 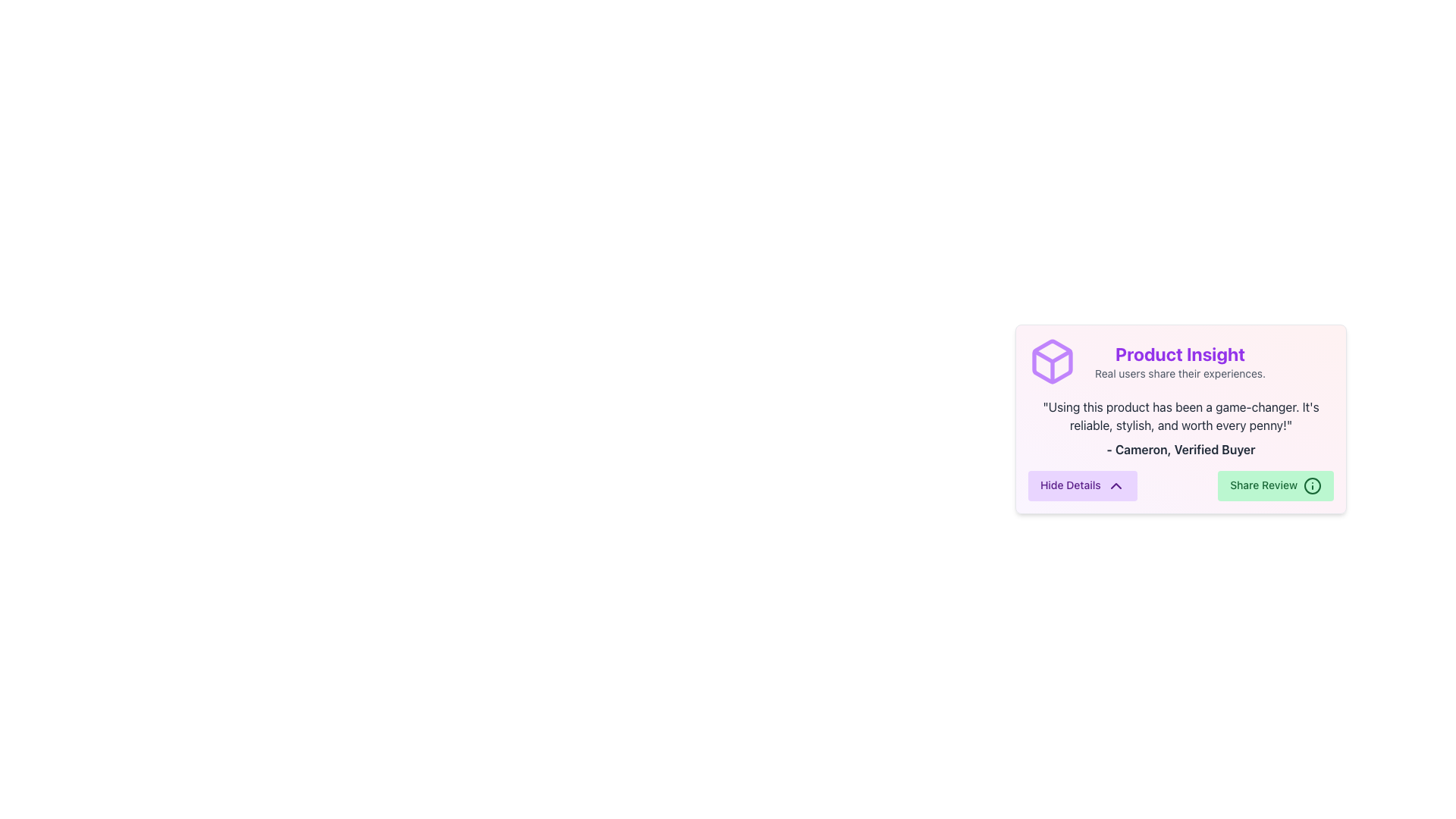 I want to click on the small chevron-up icon located to the right of the 'Hide Details' button, visually indicating an upward direction, so click(x=1116, y=485).